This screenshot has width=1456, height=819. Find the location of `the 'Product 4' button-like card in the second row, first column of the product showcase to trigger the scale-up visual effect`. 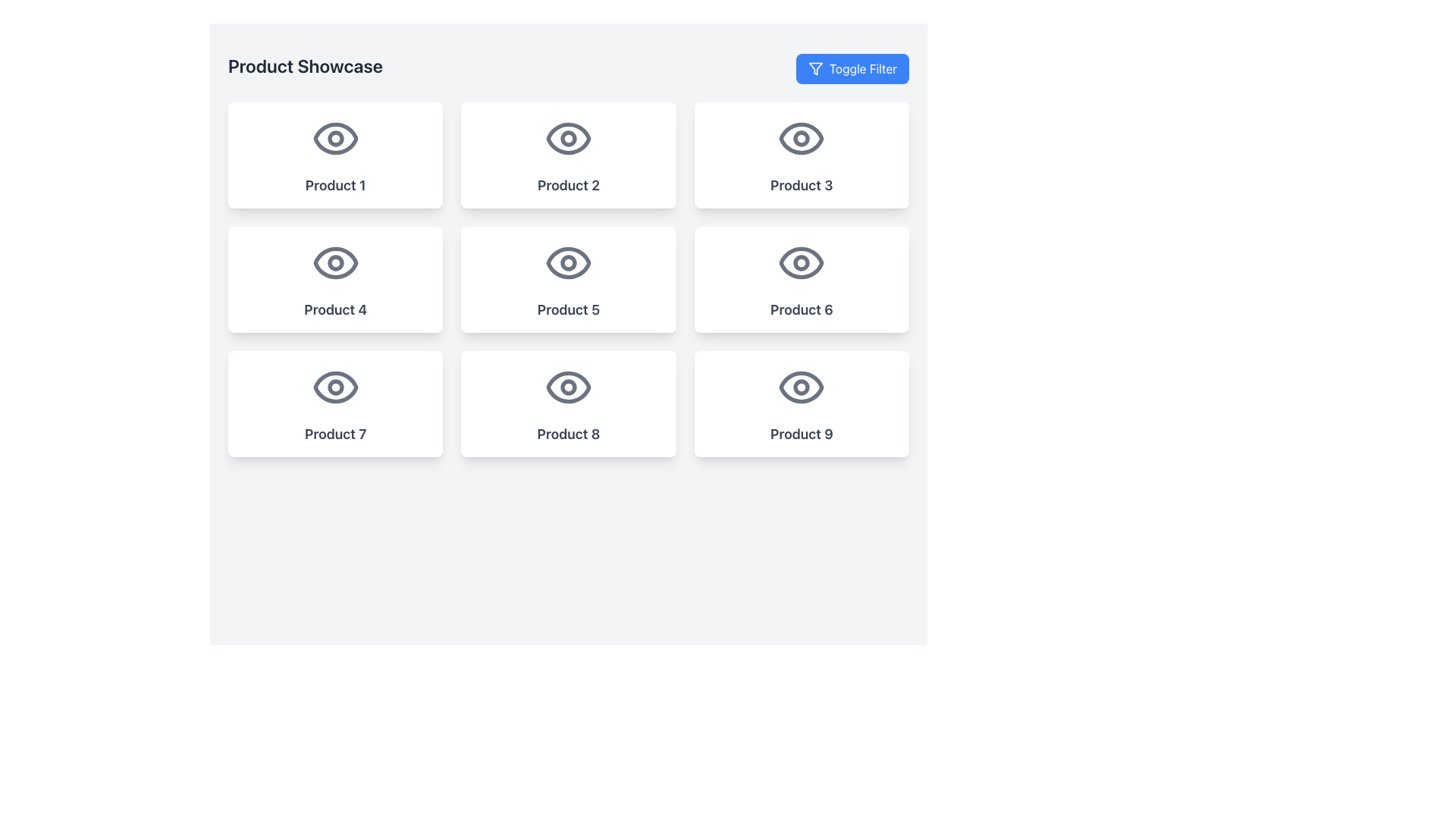

the 'Product 4' button-like card in the second row, first column of the product showcase to trigger the scale-up visual effect is located at coordinates (334, 280).